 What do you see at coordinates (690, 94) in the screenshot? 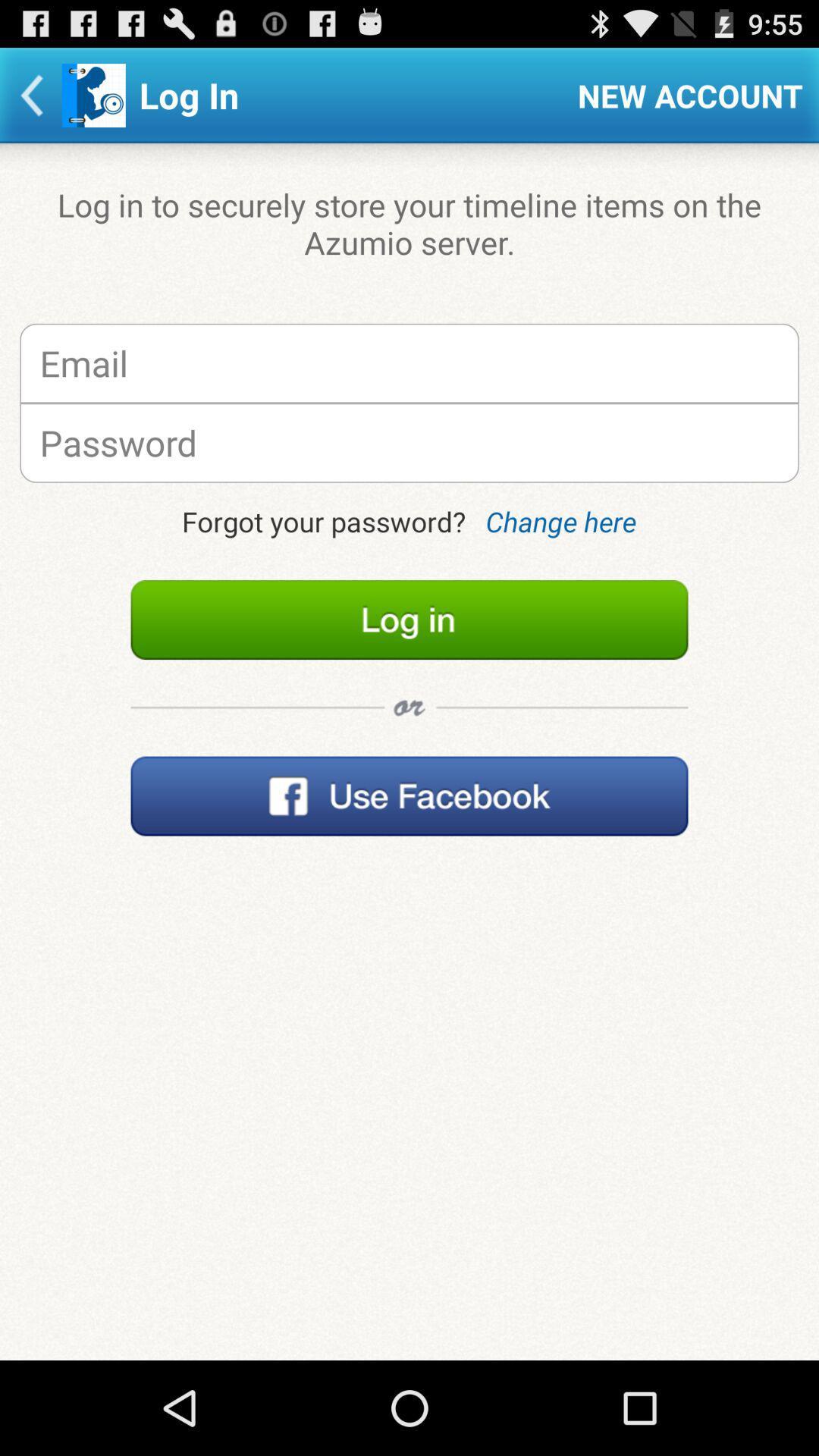
I see `new account item` at bounding box center [690, 94].